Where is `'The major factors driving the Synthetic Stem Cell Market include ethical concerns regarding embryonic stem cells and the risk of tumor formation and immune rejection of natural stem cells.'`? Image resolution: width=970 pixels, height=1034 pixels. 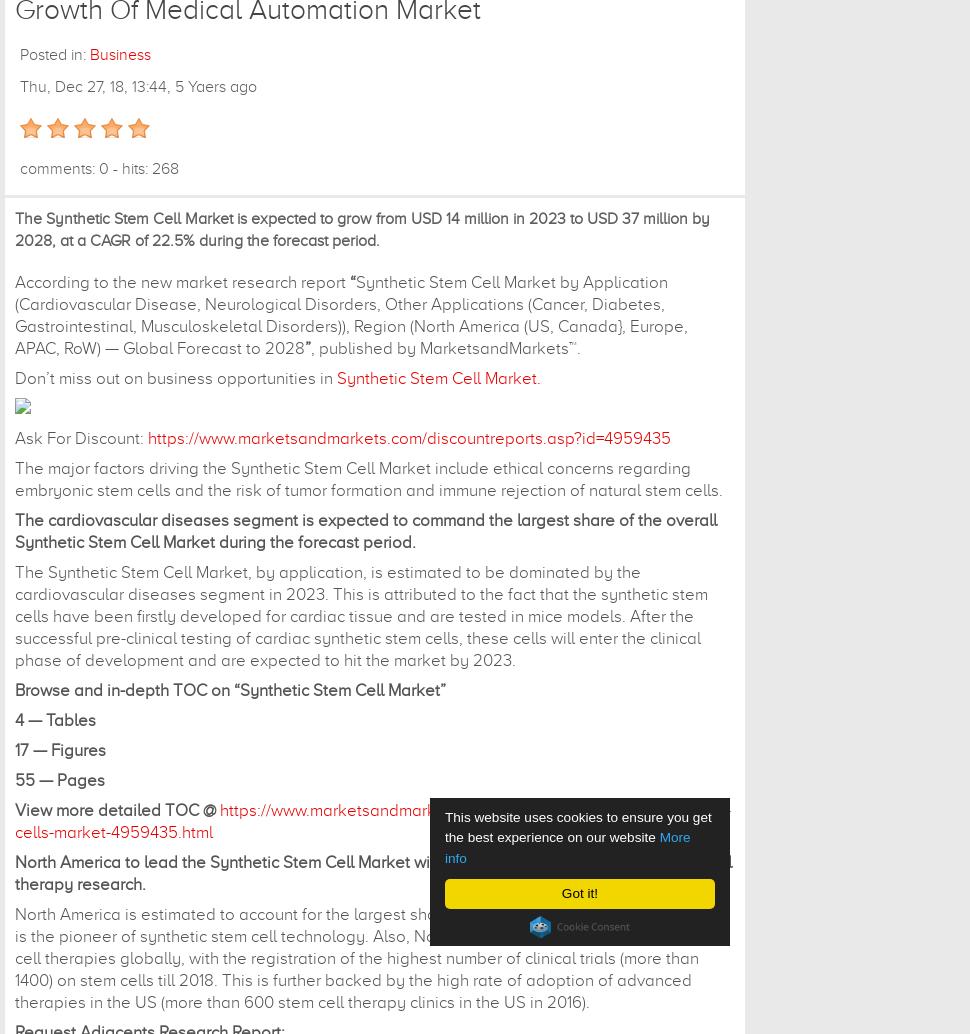 'The major factors driving the Synthetic Stem Cell Market include ethical concerns regarding embryonic stem cells and the risk of tumor formation and immune rejection of natural stem cells.' is located at coordinates (15, 478).